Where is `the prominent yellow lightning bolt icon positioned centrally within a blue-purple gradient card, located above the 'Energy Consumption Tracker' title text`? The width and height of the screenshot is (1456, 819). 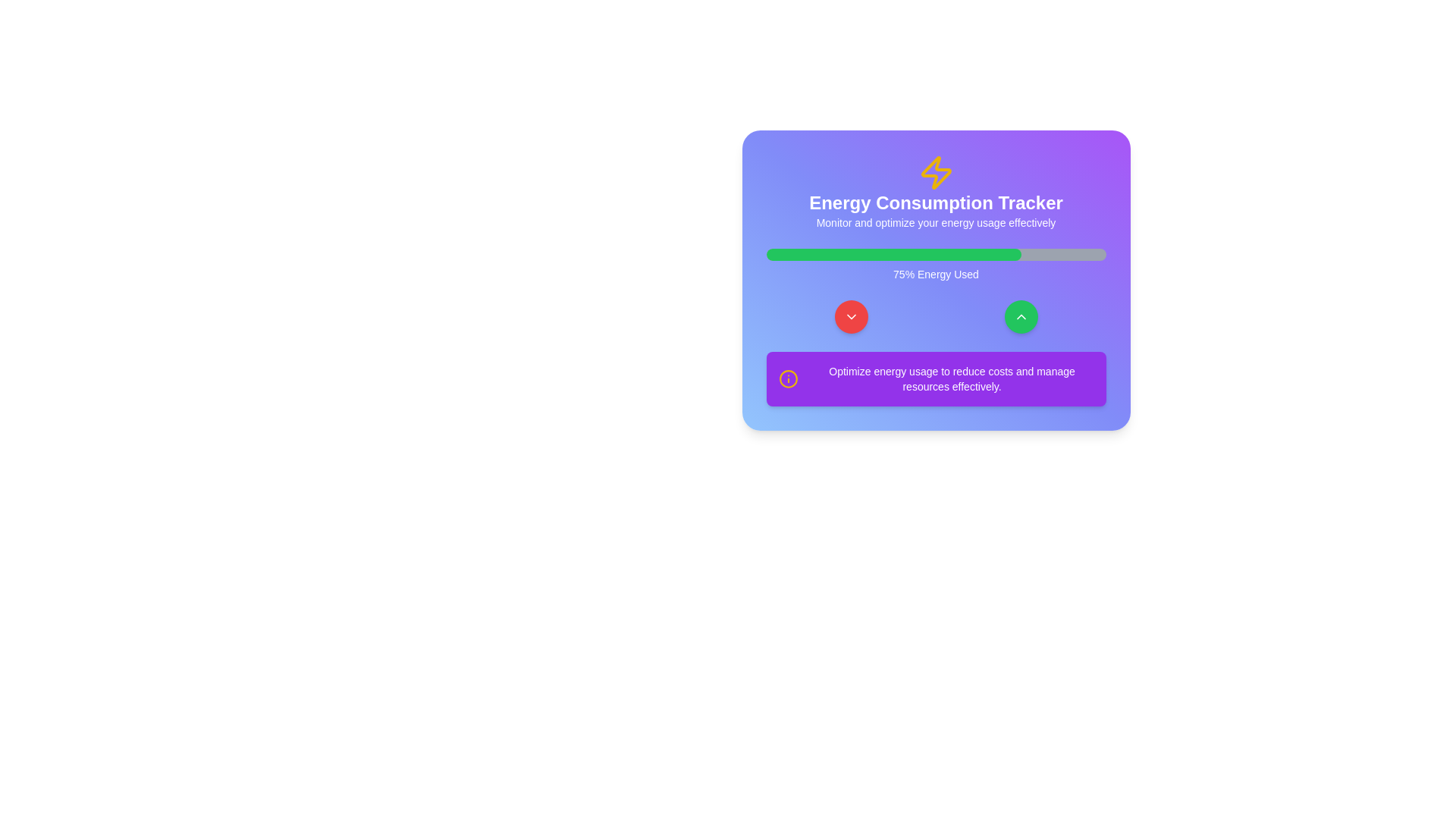 the prominent yellow lightning bolt icon positioned centrally within a blue-purple gradient card, located above the 'Energy Consumption Tracker' title text is located at coordinates (935, 171).